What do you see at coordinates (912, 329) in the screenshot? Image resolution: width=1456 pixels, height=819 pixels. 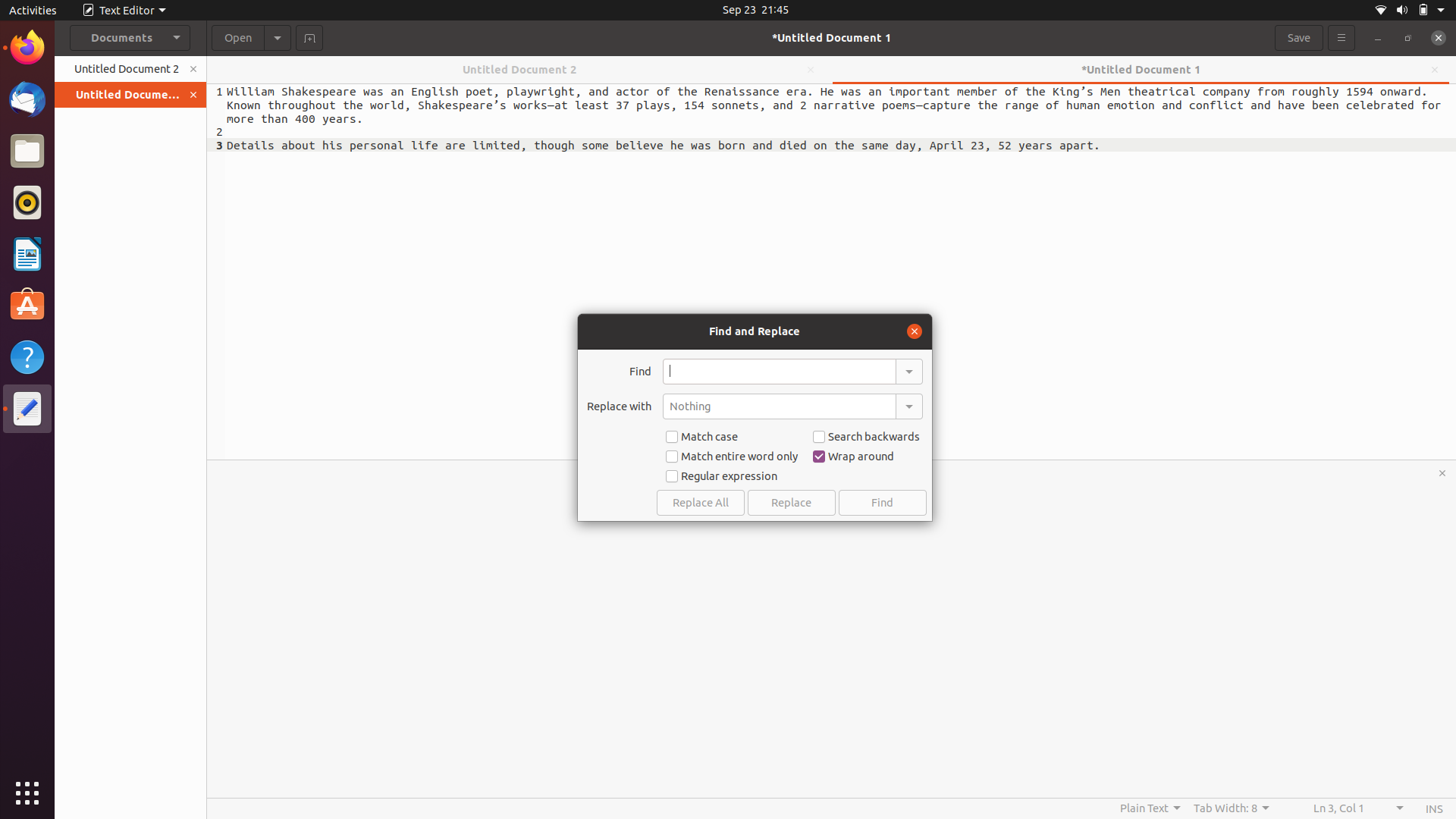 I see `Close the find replace bar and Minimize the document` at bounding box center [912, 329].